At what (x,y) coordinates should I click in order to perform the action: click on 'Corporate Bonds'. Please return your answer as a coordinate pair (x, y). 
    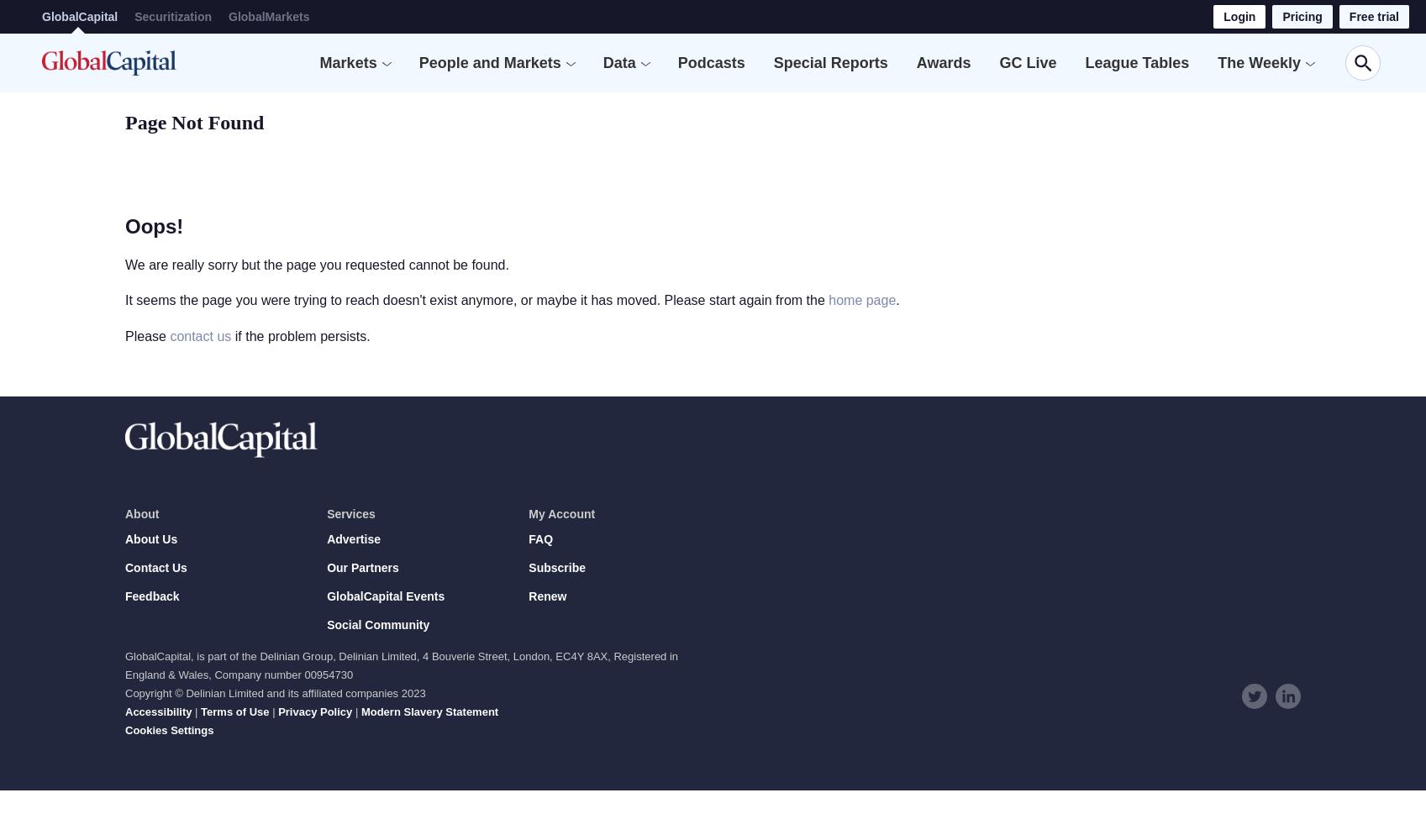
    Looking at the image, I should click on (345, 230).